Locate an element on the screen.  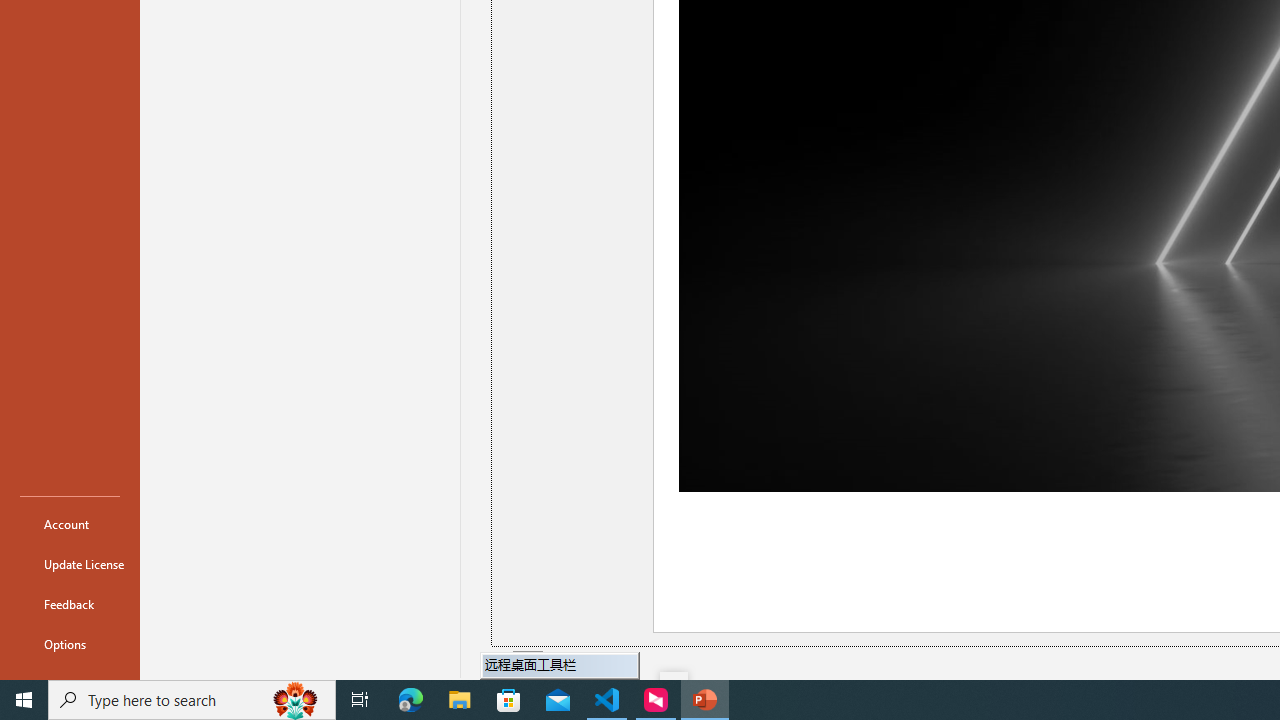
'Feedback' is located at coordinates (69, 603).